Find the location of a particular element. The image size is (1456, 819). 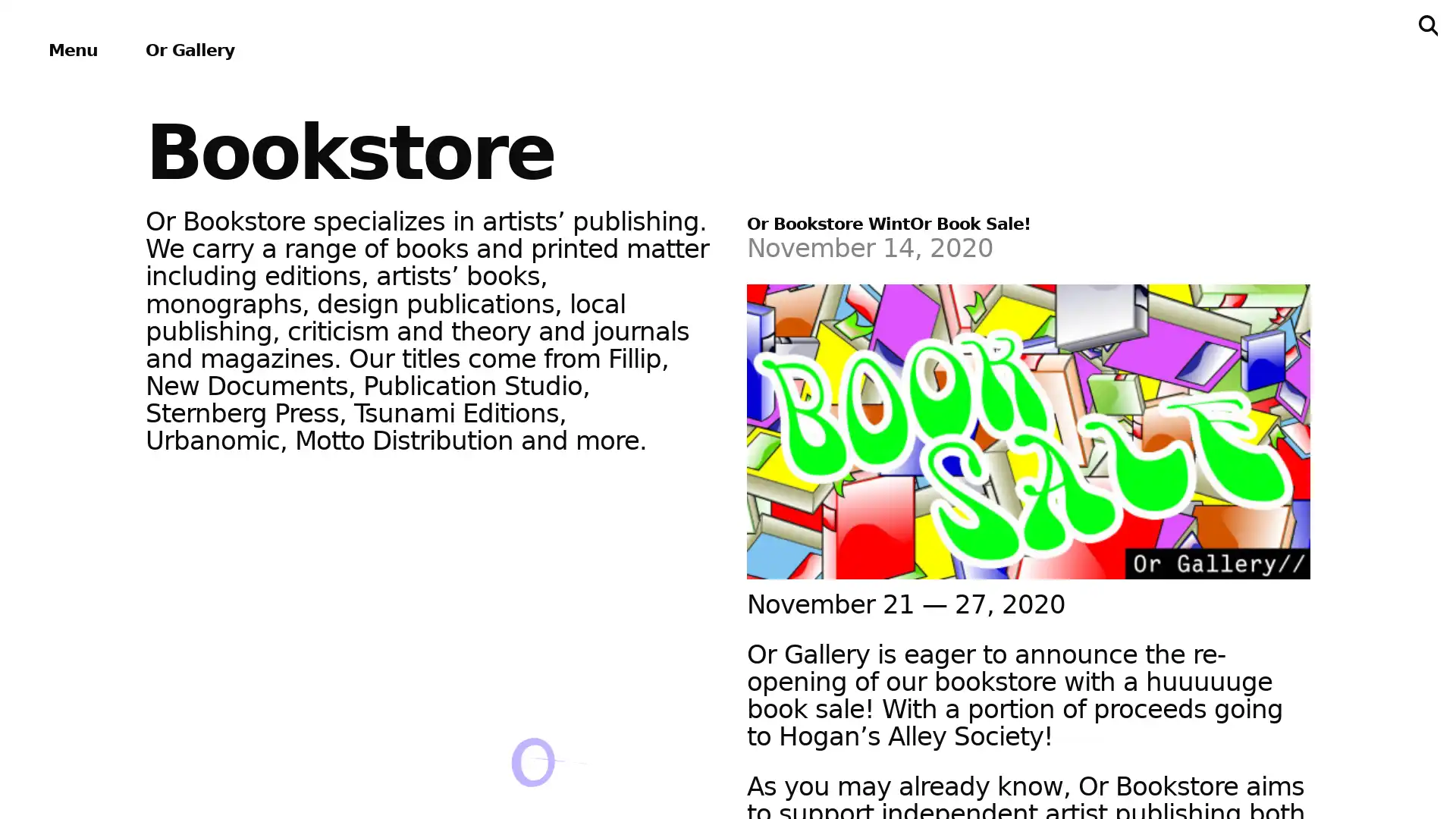

About is located at coordinates (329, 601).